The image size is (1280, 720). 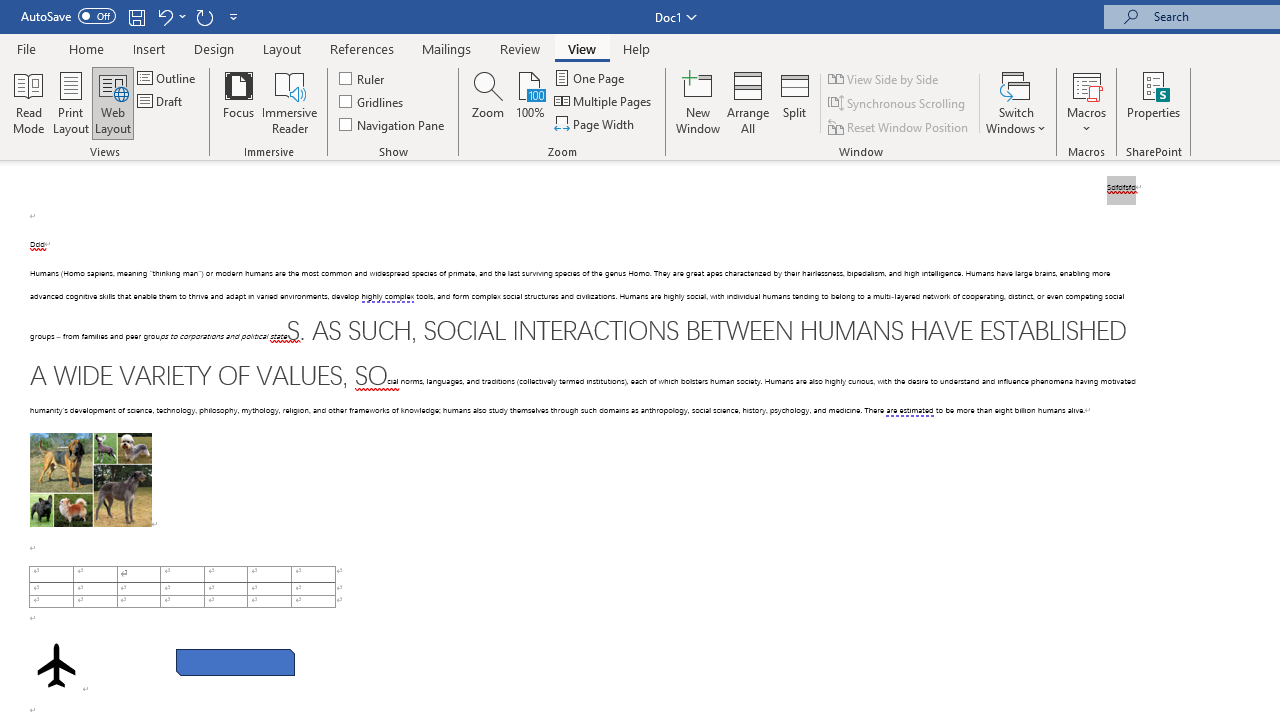 What do you see at coordinates (164, 16) in the screenshot?
I see `'Undo Paragraph Alignment'` at bounding box center [164, 16].